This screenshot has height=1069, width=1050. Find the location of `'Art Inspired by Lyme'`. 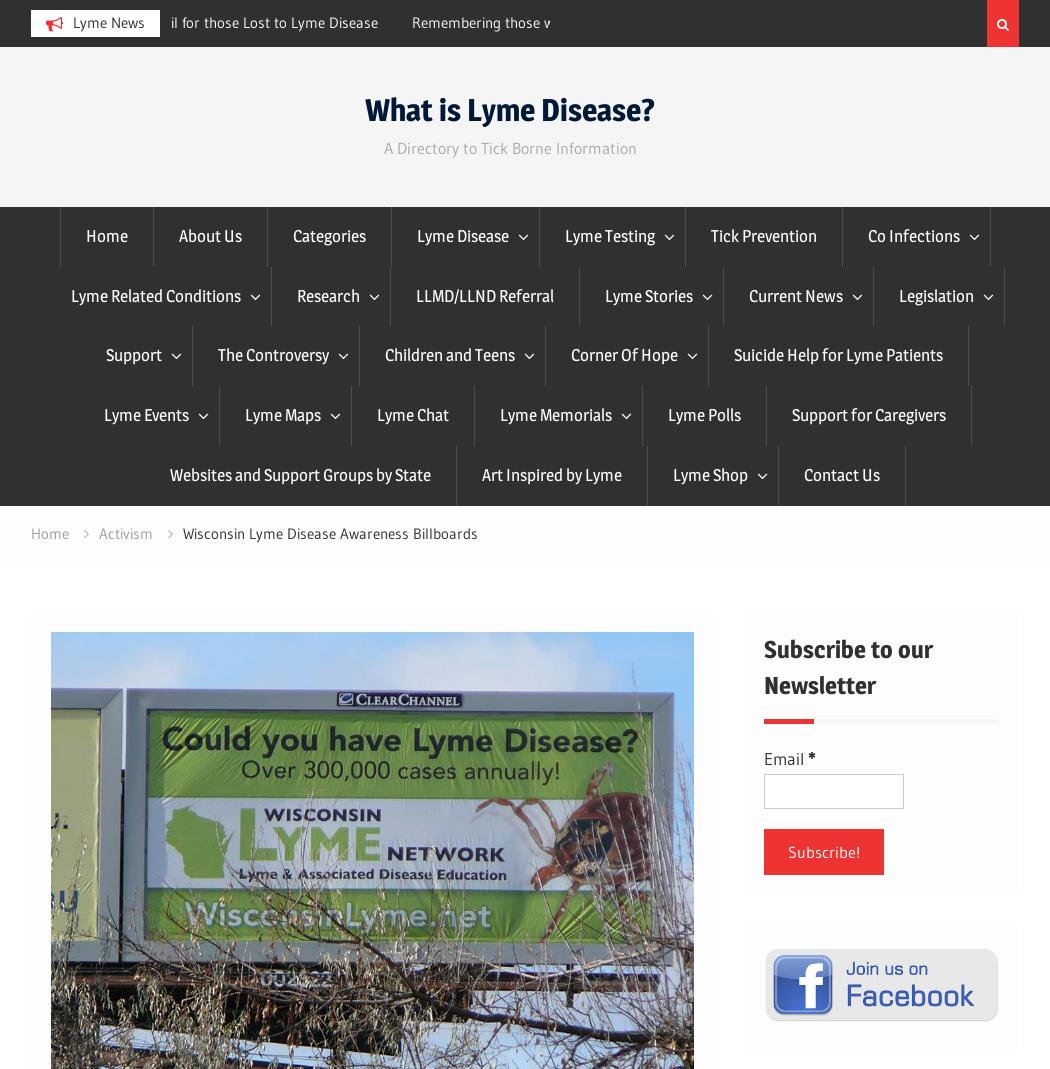

'Art Inspired by Lyme' is located at coordinates (551, 472).